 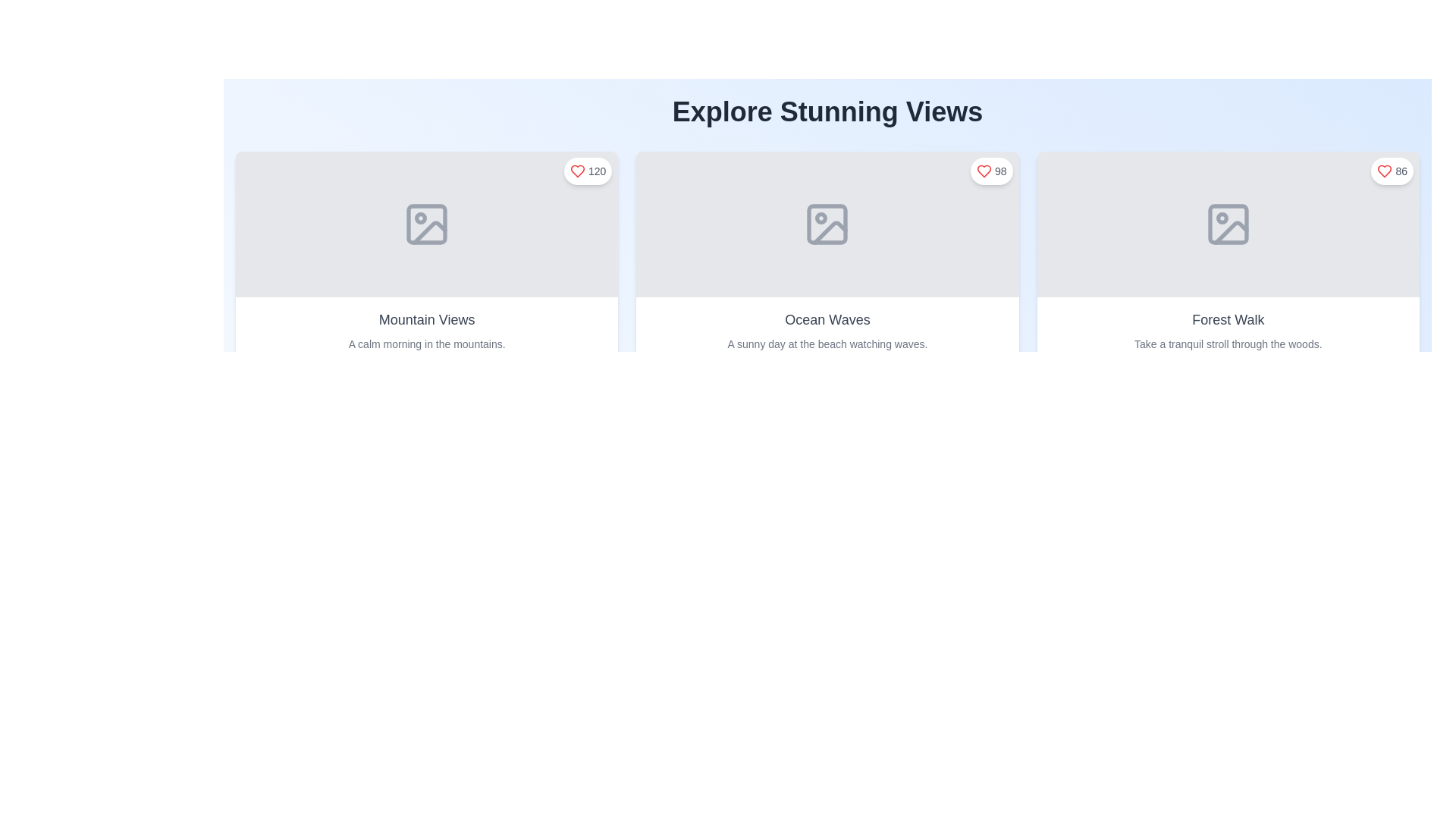 What do you see at coordinates (596, 171) in the screenshot?
I see `the static text element displaying the numeric counter located in the top-right corner of the first card, adjacent to the red heart icon` at bounding box center [596, 171].